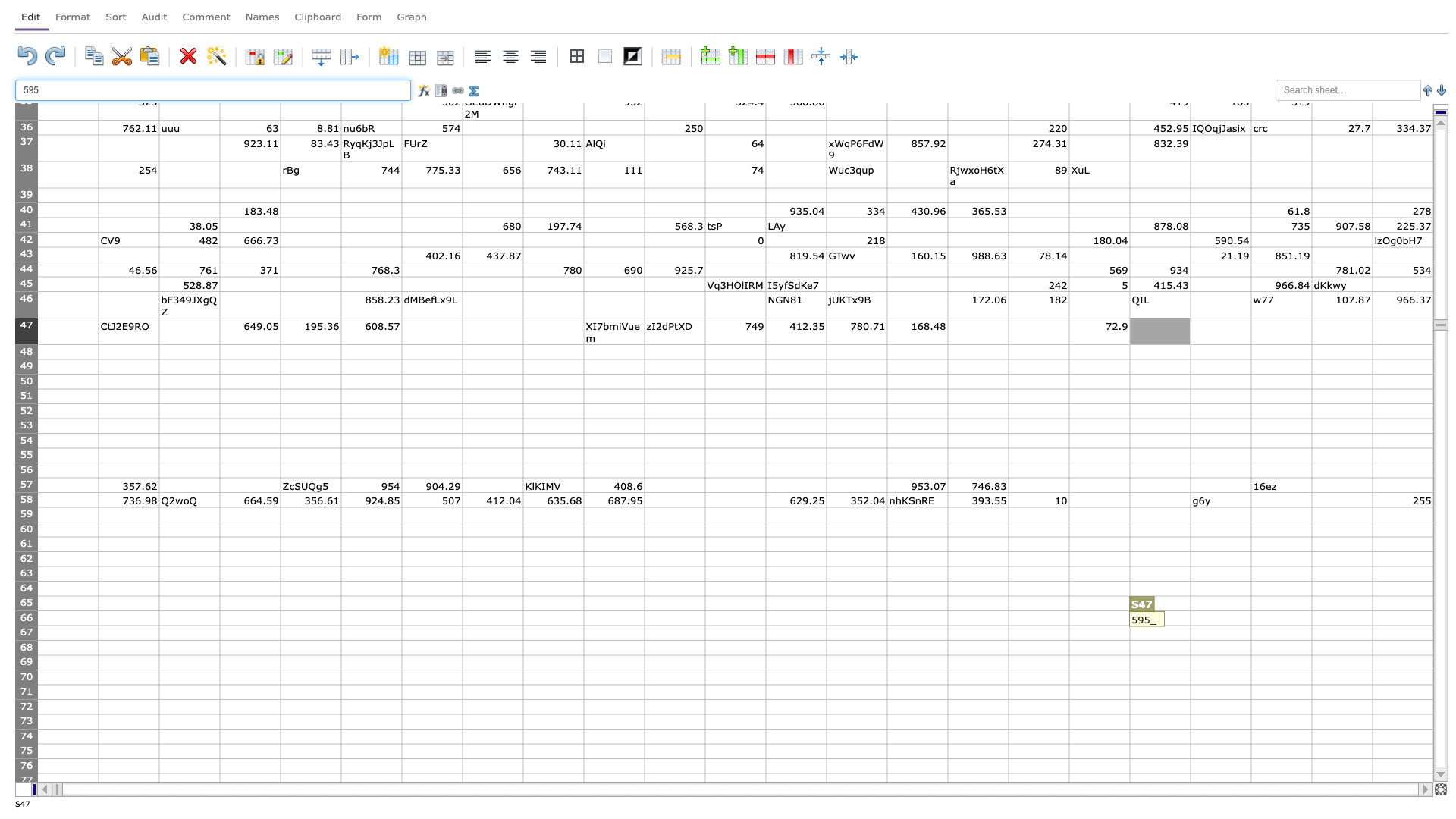  What do you see at coordinates (1310, 640) in the screenshot?
I see `fill handle of U67` at bounding box center [1310, 640].